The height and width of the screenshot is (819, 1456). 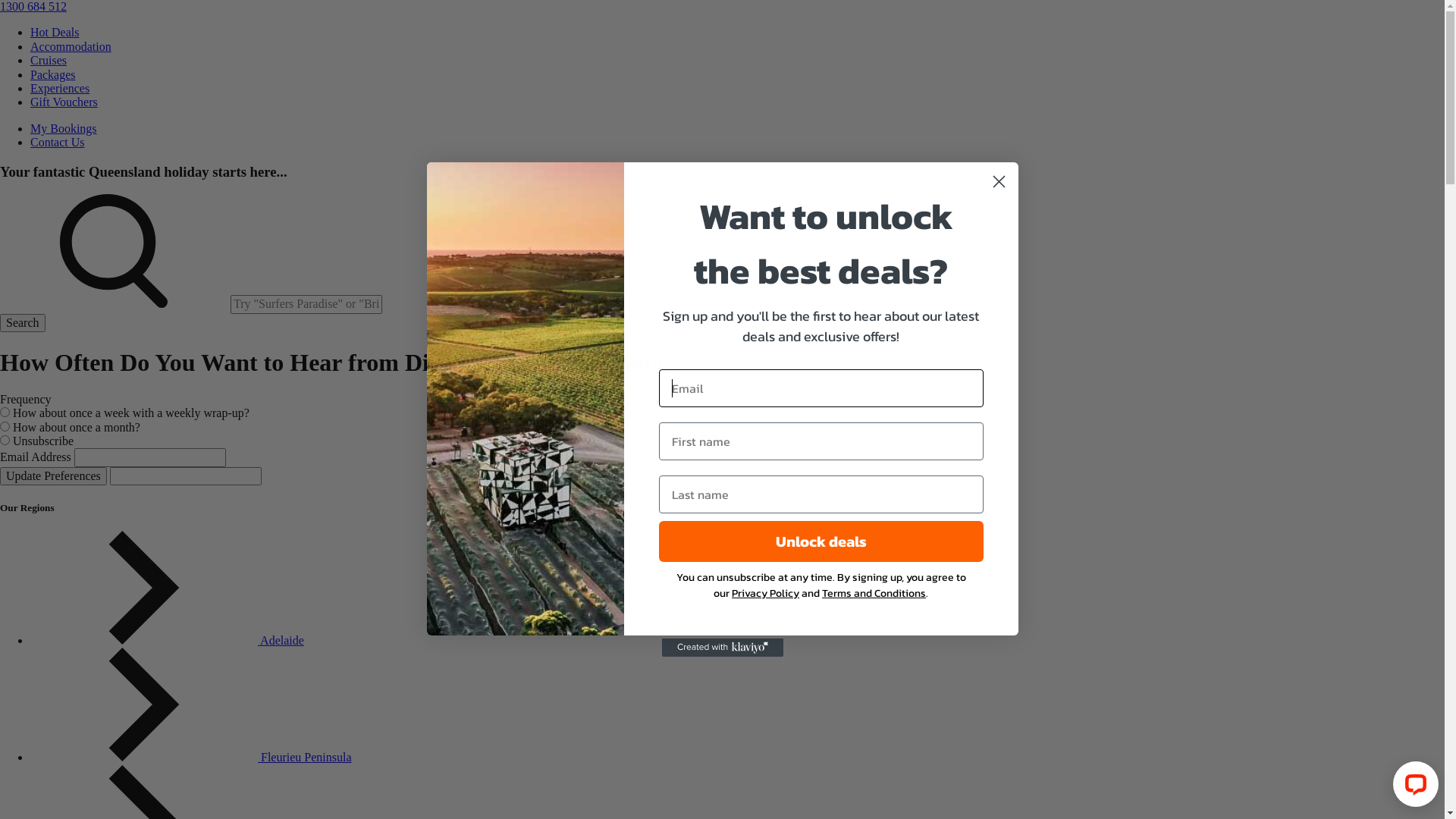 I want to click on 'Hot Deals', so click(x=30, y=32).